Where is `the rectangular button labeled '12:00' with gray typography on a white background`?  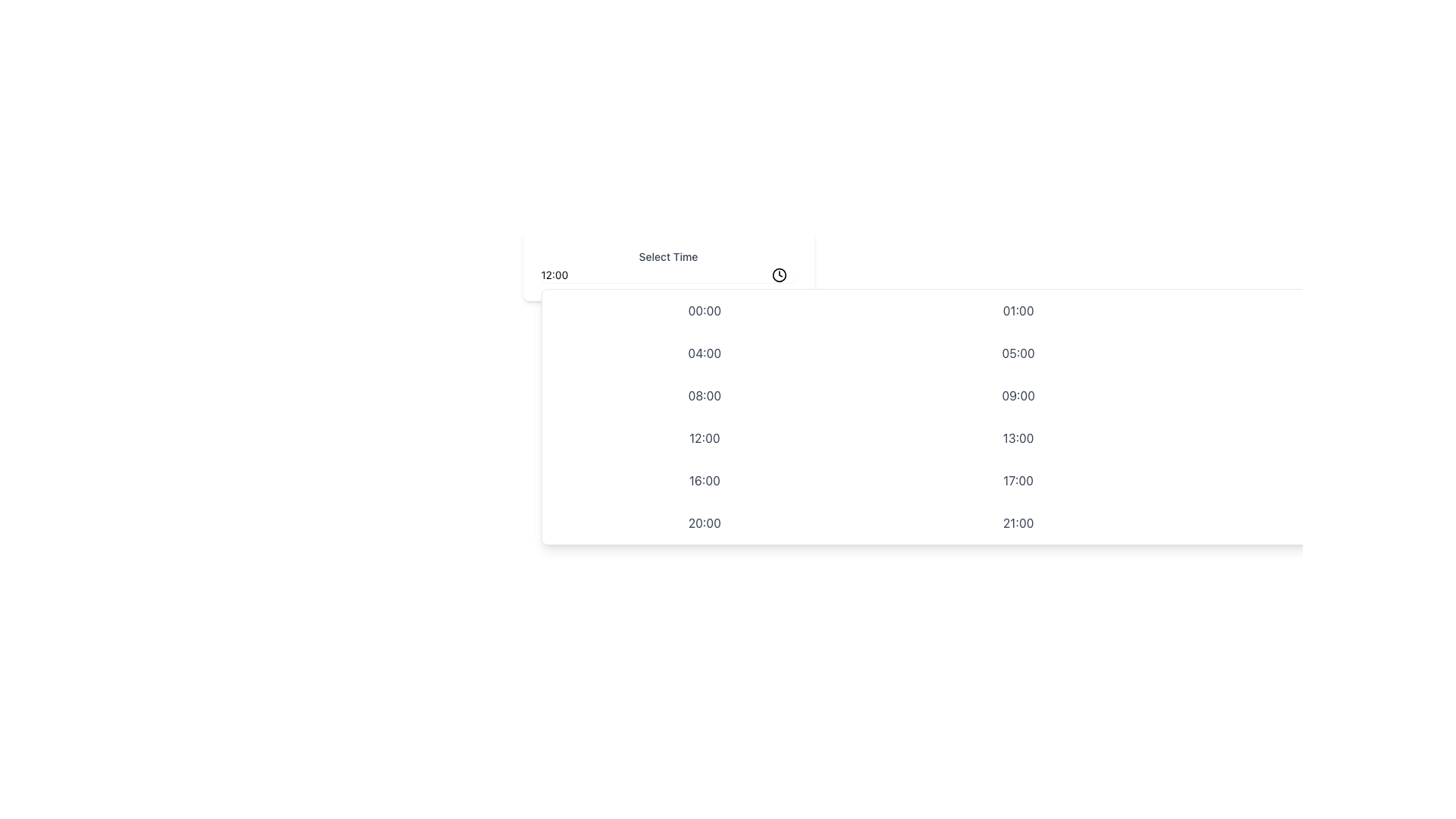 the rectangular button labeled '12:00' with gray typography on a white background is located at coordinates (704, 438).